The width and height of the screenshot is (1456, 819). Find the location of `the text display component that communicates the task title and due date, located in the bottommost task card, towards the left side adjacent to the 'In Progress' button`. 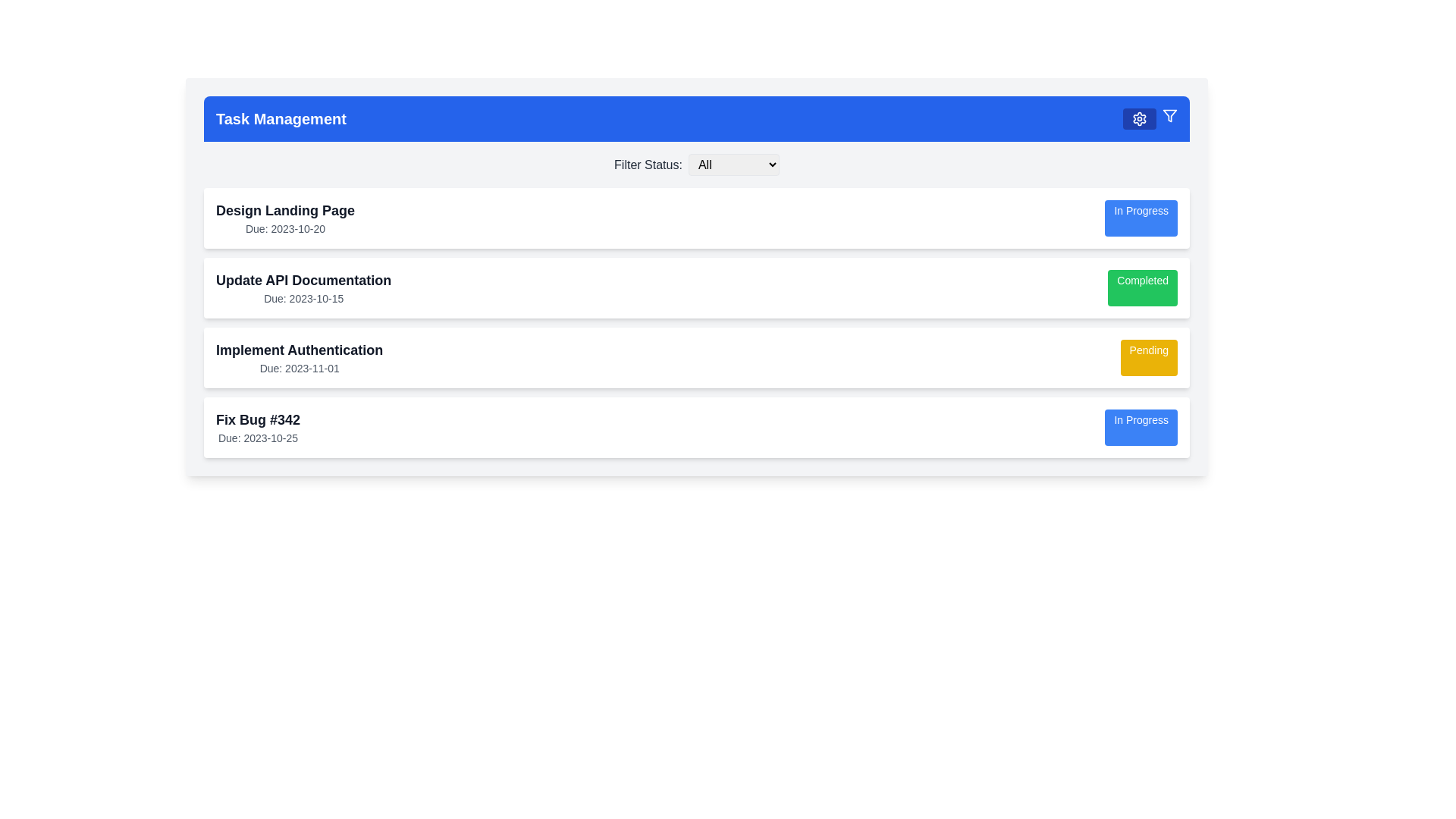

the text display component that communicates the task title and due date, located in the bottommost task card, towards the left side adjacent to the 'In Progress' button is located at coordinates (258, 427).